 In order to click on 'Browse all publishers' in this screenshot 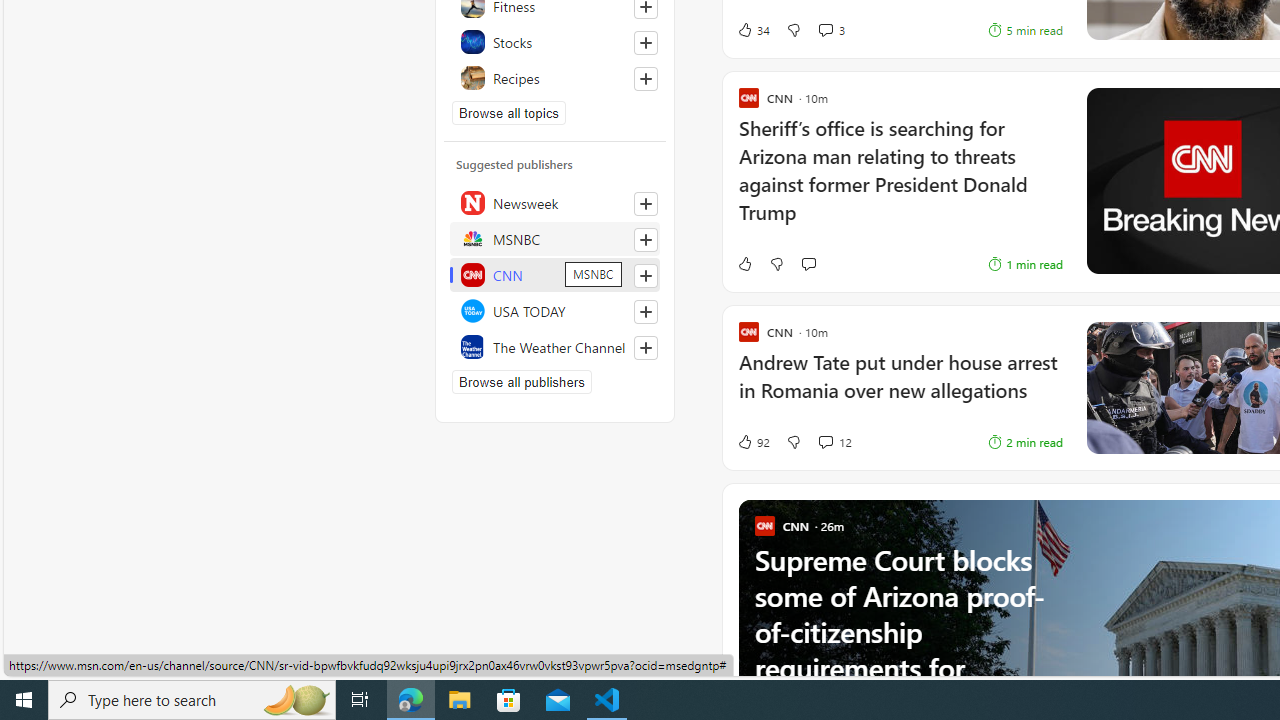, I will do `click(521, 381)`.